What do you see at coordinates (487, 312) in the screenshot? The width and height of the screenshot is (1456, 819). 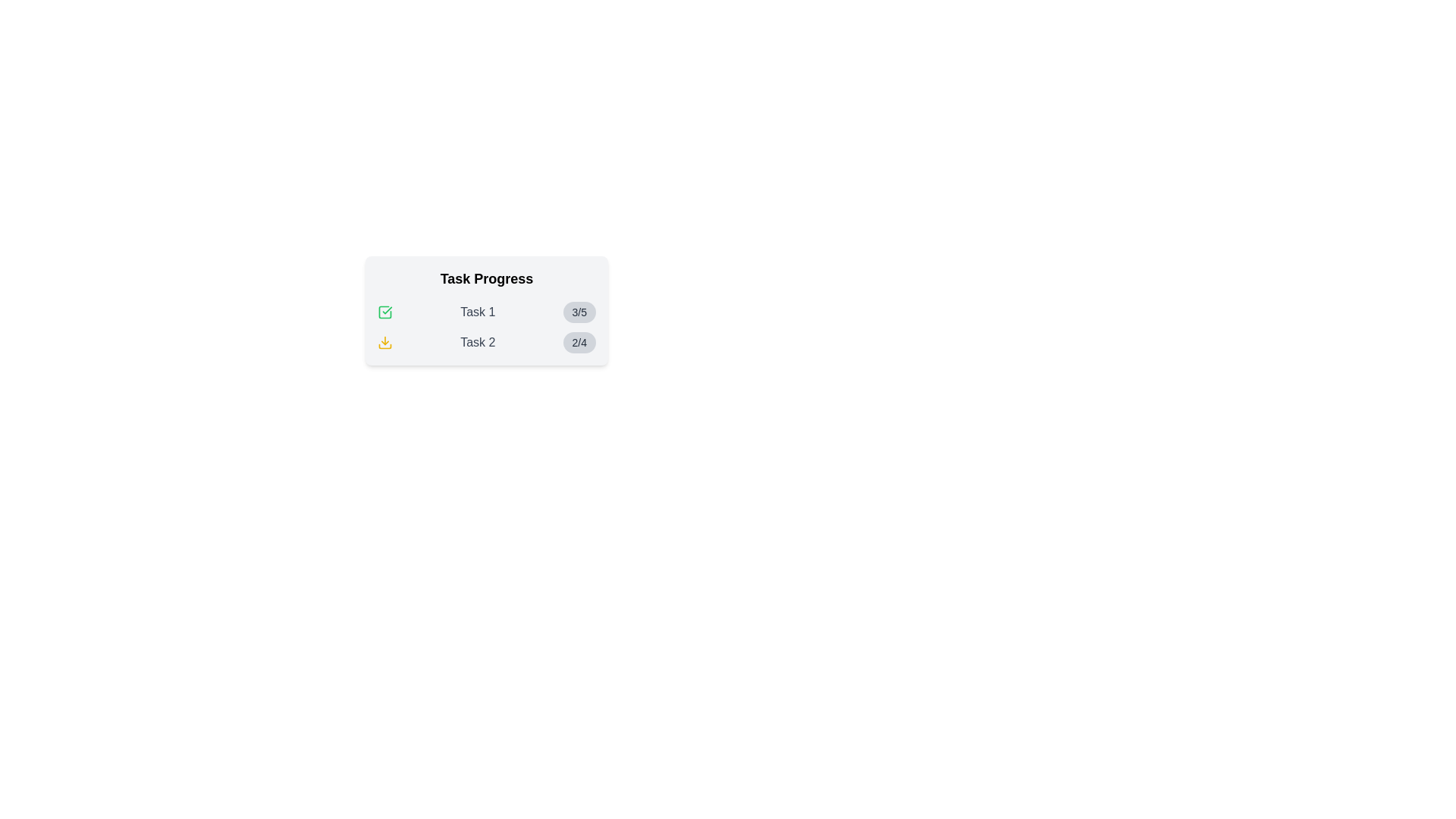 I see `the textual label of the first item in the task progress tracking list, which displays progress associated with 'Task 1'` at bounding box center [487, 312].